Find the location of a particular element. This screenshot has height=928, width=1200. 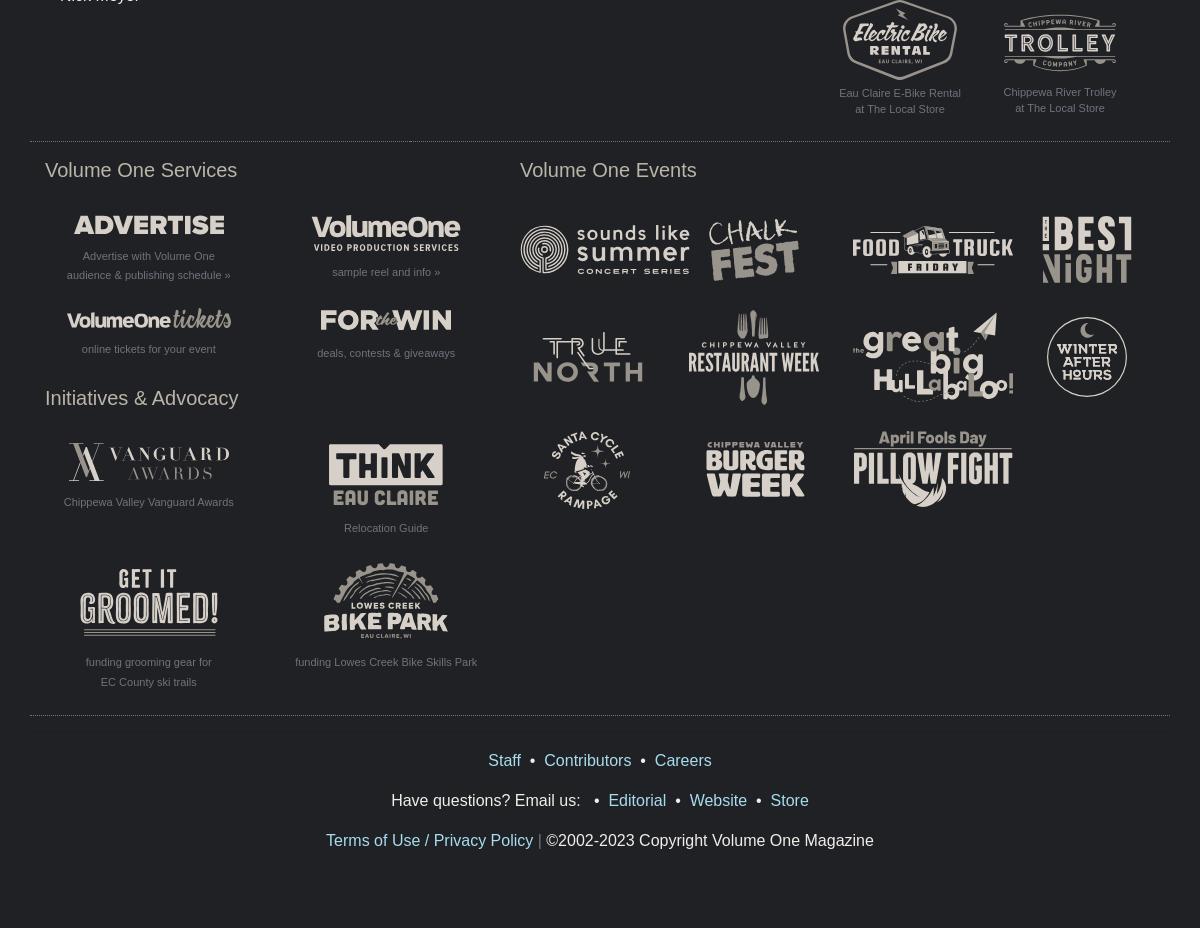

'Volume One Services' is located at coordinates (141, 168).